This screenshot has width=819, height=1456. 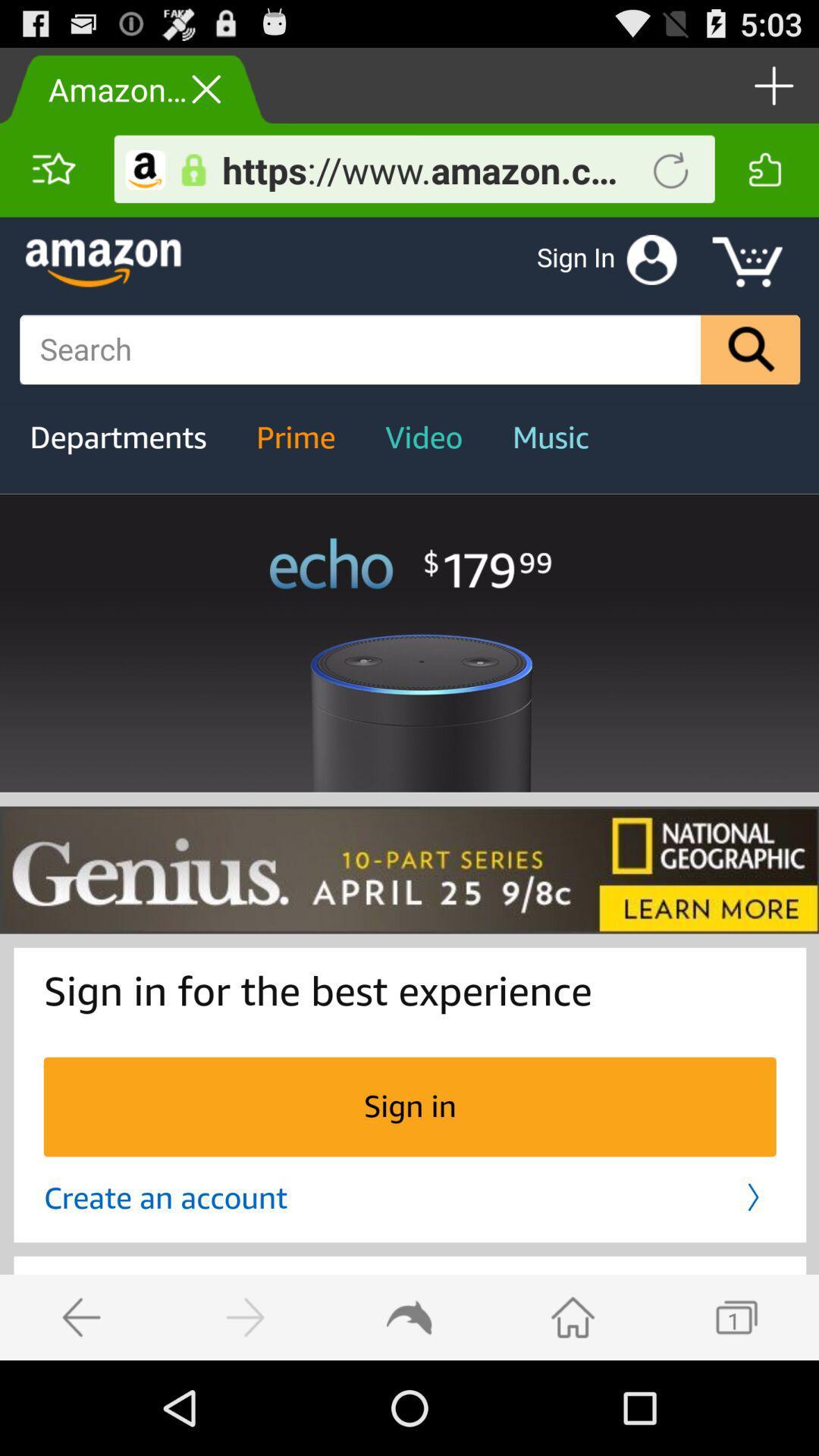 I want to click on increment button, so click(x=771, y=84).